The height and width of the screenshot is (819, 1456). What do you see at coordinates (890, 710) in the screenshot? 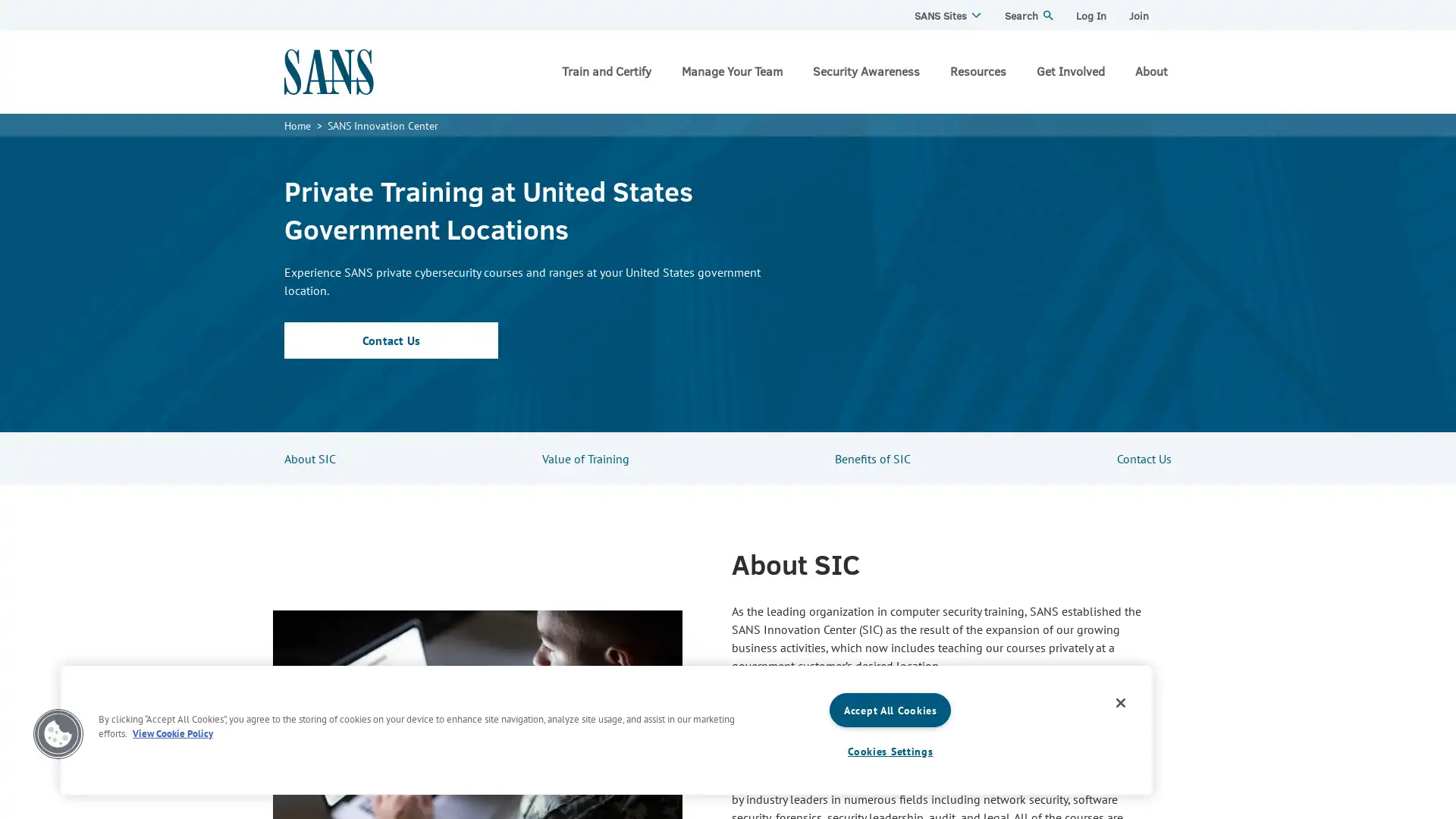
I see `Accept All Cookies` at bounding box center [890, 710].